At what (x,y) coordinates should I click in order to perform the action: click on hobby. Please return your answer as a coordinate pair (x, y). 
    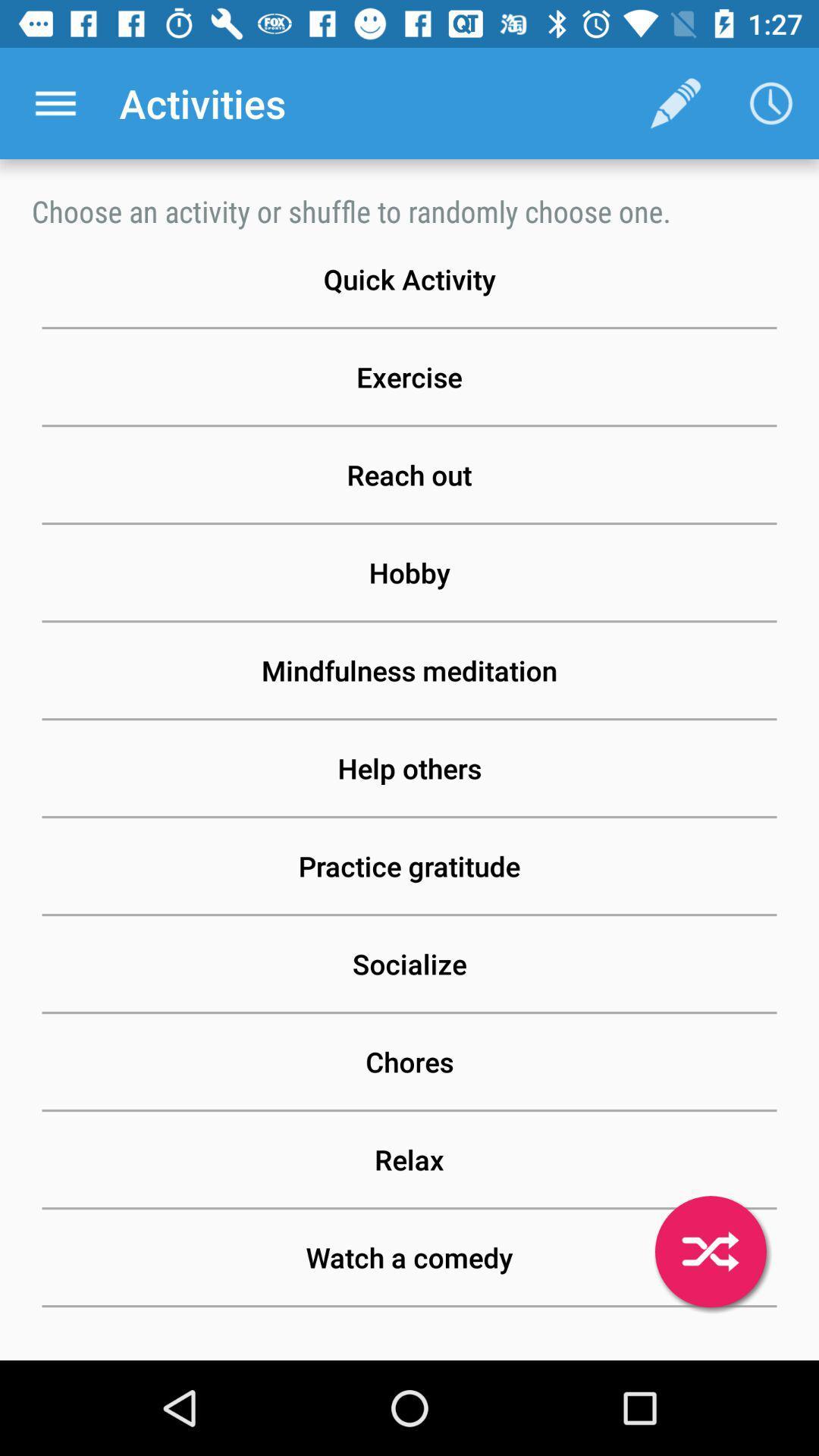
    Looking at the image, I should click on (409, 572).